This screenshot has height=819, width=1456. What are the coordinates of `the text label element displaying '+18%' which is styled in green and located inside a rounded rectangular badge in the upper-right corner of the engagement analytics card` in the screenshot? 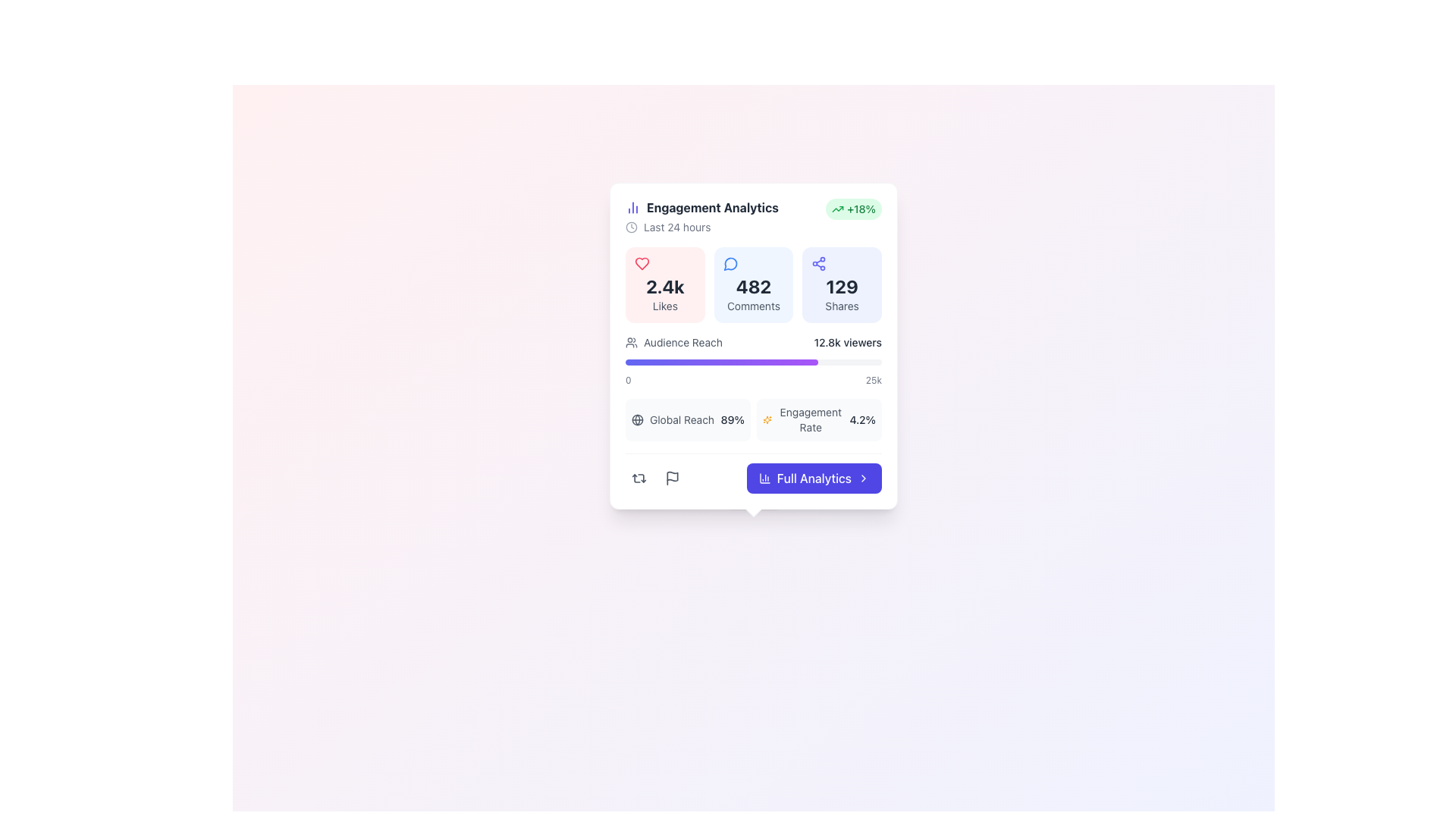 It's located at (861, 209).